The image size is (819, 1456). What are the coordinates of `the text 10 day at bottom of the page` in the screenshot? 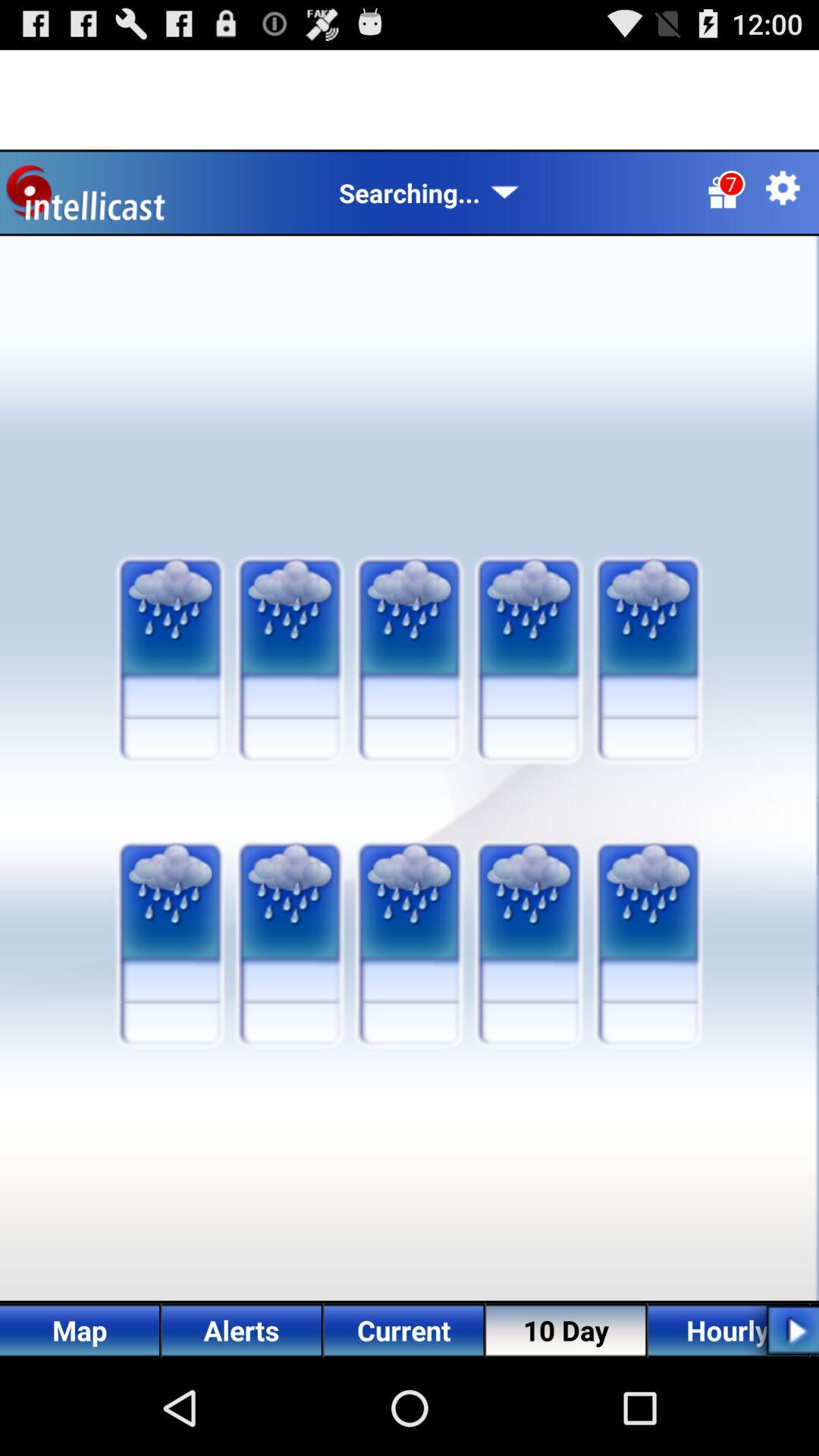 It's located at (565, 1329).